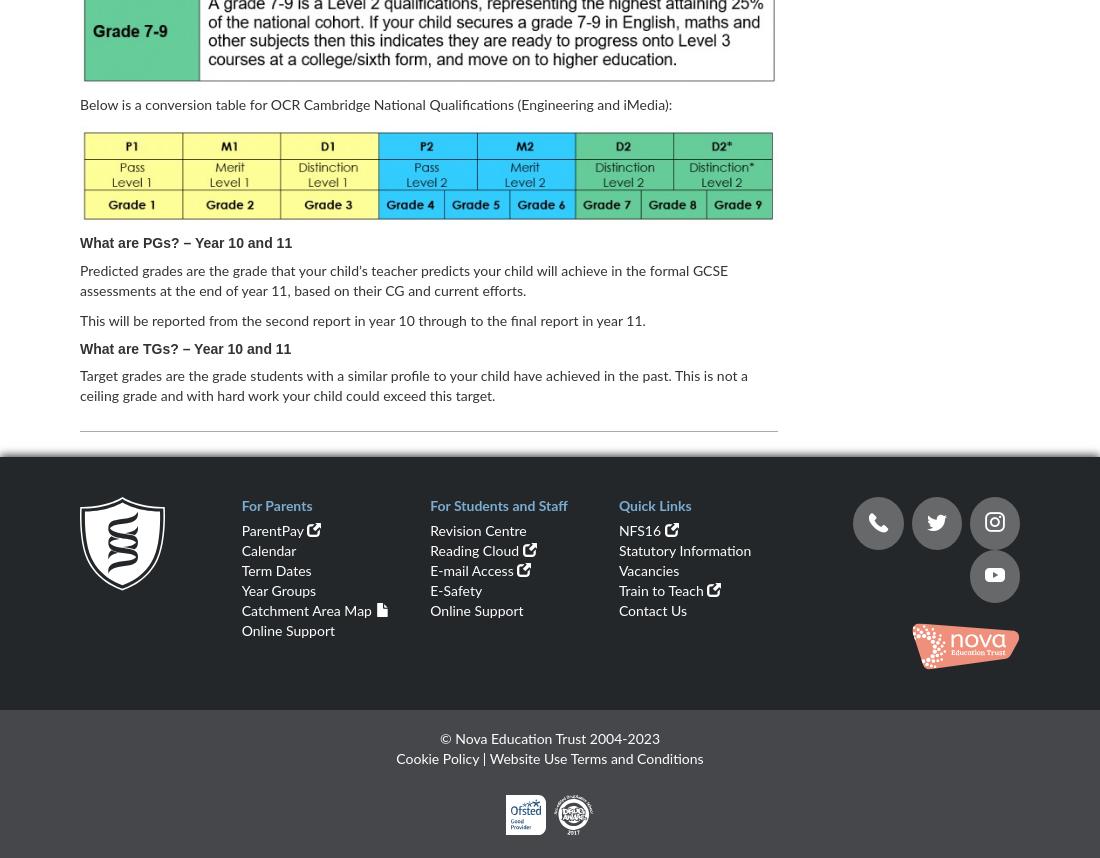  I want to click on 'E-mail Access', so click(472, 571).